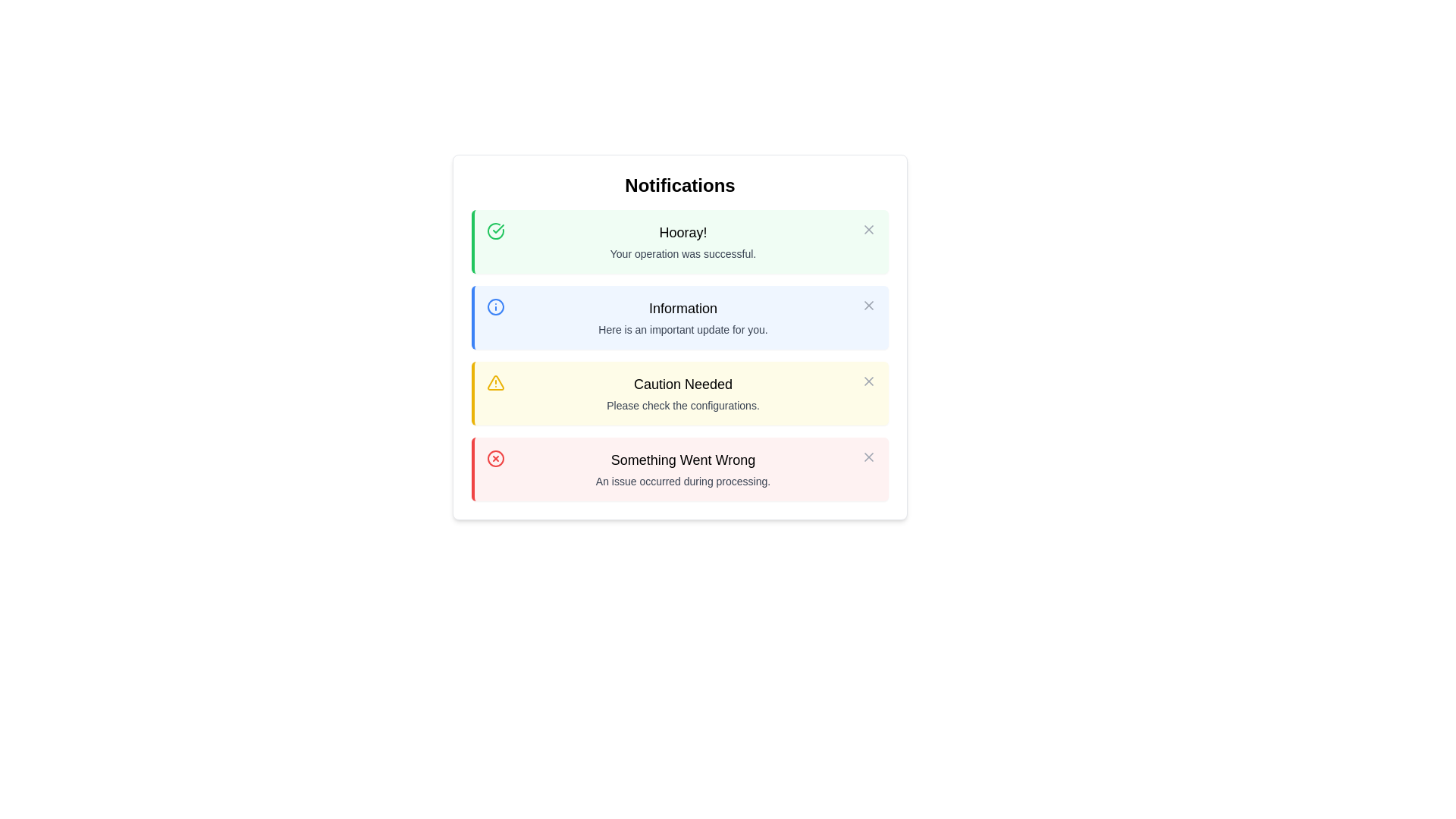 Image resolution: width=1456 pixels, height=819 pixels. What do you see at coordinates (682, 405) in the screenshot?
I see `the line of text reading 'Please check the configurations.' which is styled in a small, gray font and positioned below the title 'Caution Needed' within a yellow notification card` at bounding box center [682, 405].